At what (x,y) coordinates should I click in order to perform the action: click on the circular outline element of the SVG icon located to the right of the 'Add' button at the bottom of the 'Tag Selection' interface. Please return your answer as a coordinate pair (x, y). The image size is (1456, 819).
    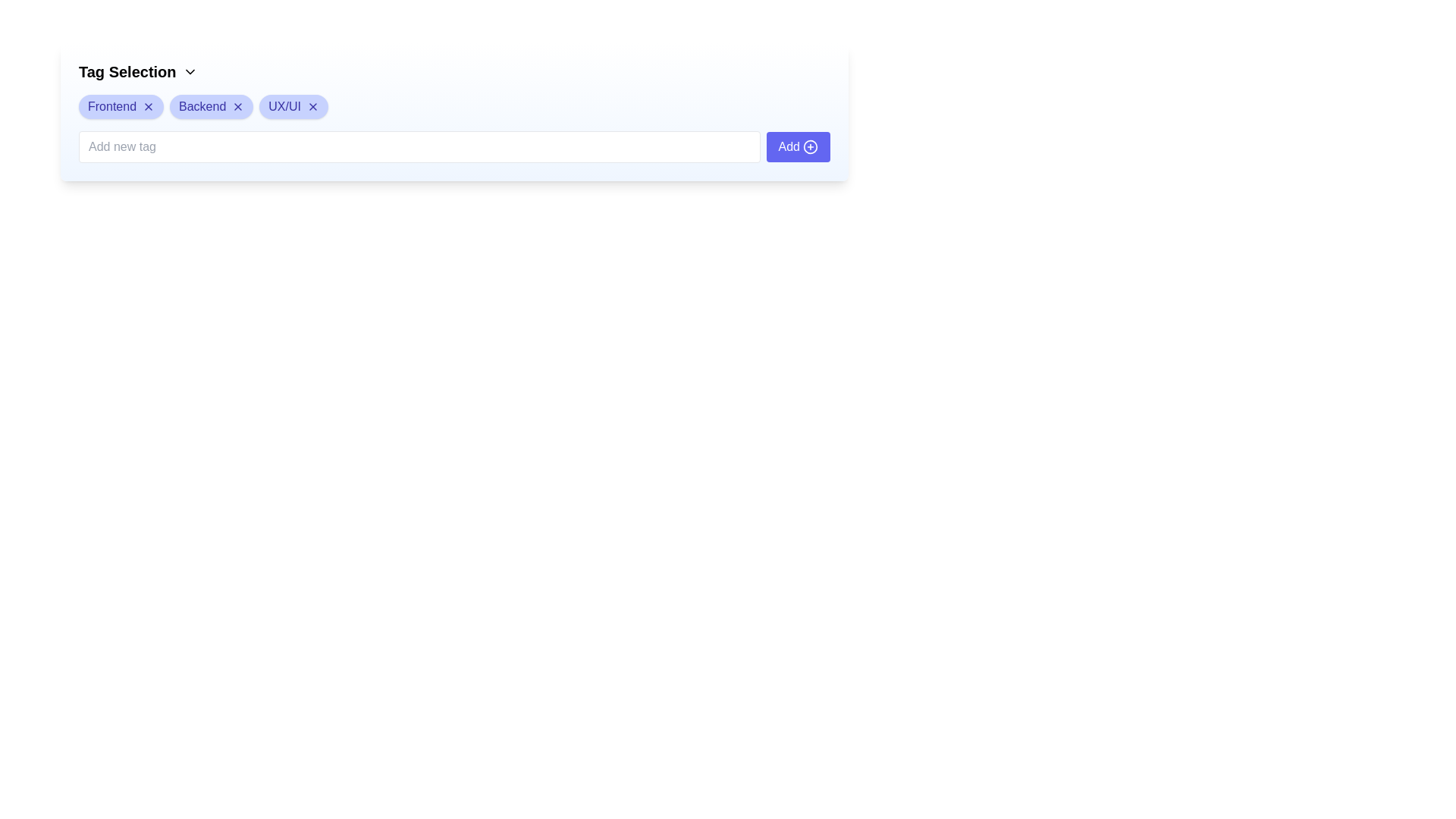
    Looking at the image, I should click on (810, 146).